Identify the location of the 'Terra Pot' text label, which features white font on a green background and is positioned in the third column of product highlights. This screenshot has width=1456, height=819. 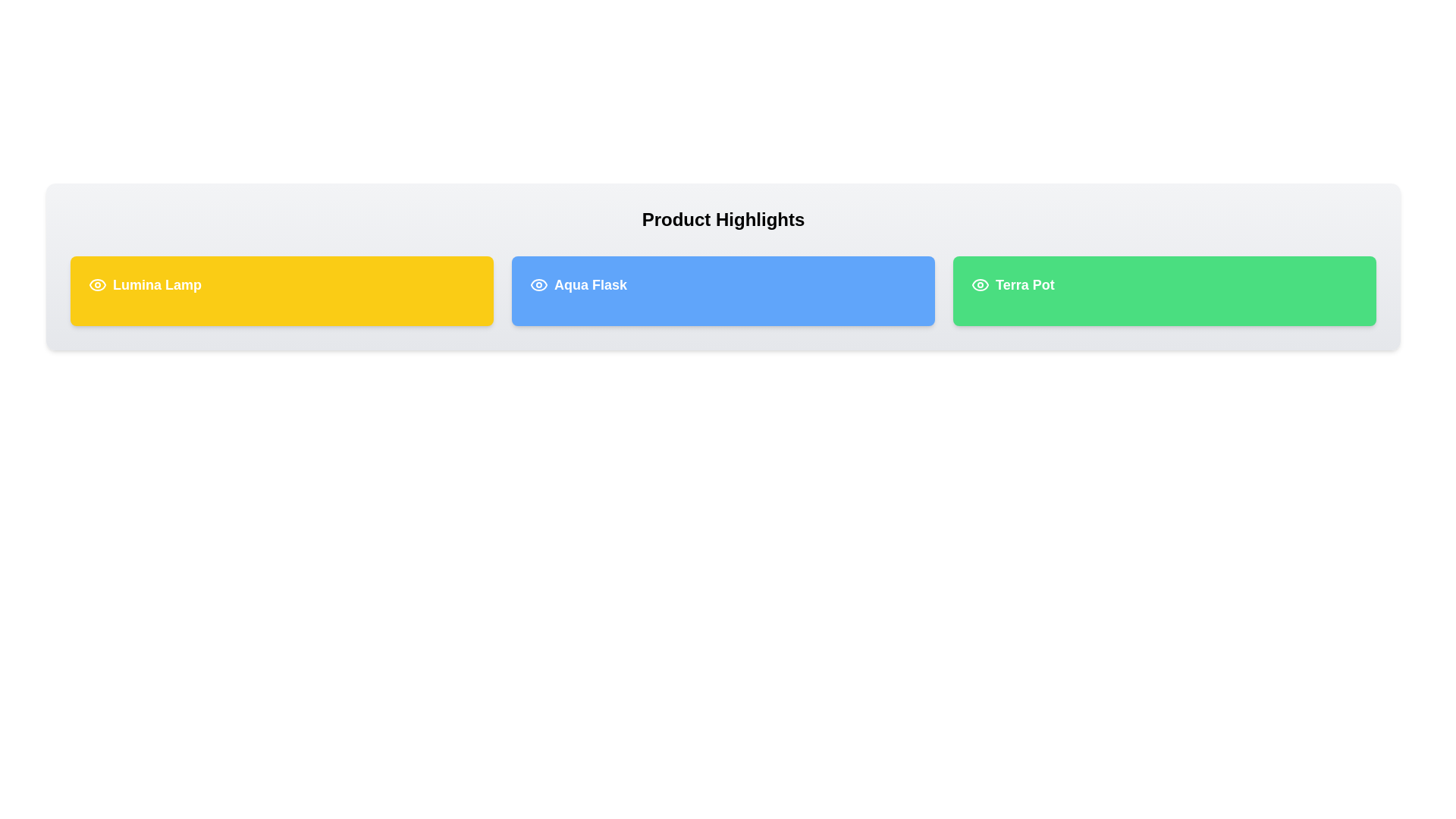
(1025, 284).